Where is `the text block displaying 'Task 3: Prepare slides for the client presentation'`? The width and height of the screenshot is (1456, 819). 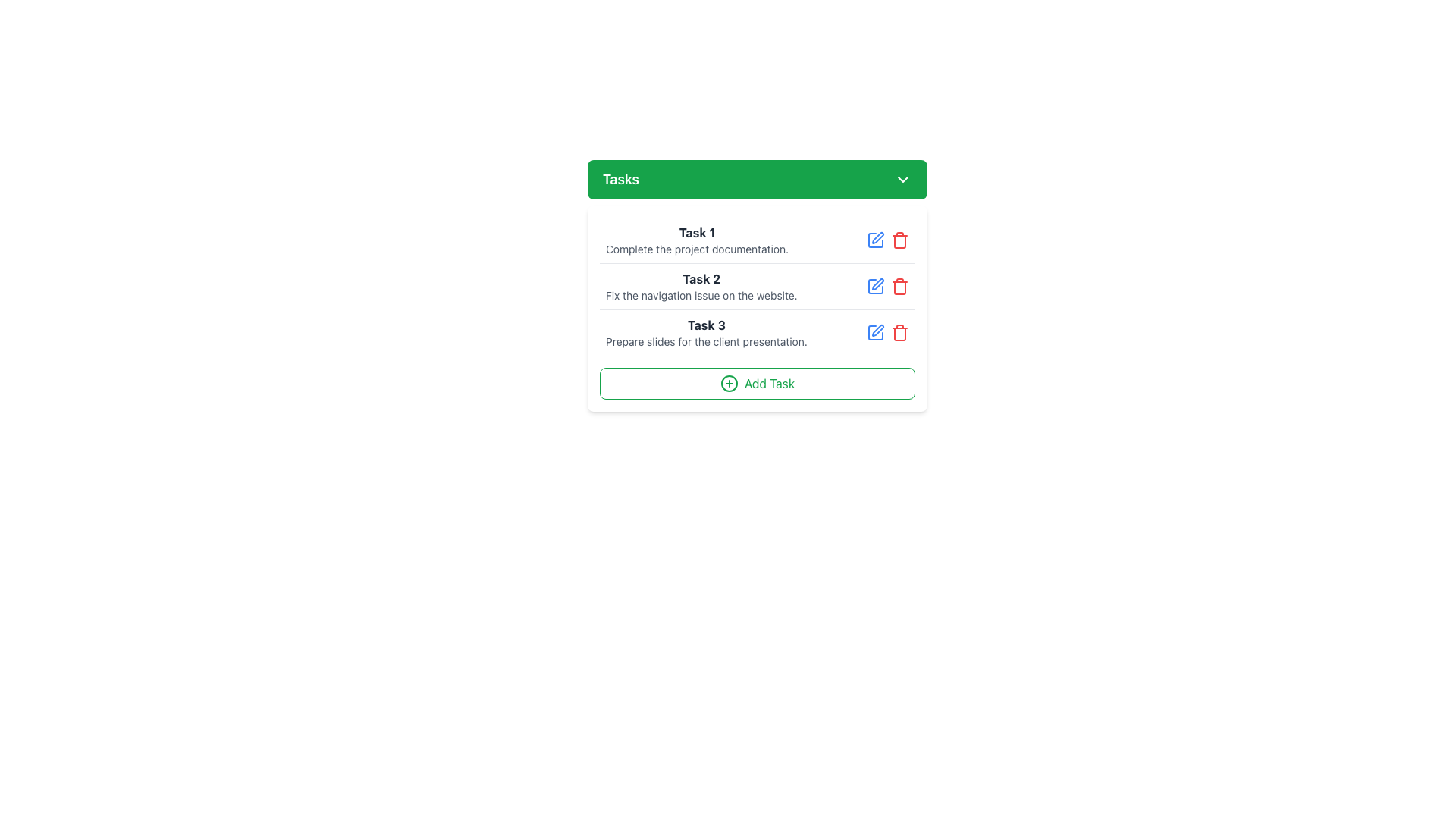
the text block displaying 'Task 3: Prepare slides for the client presentation' is located at coordinates (705, 332).